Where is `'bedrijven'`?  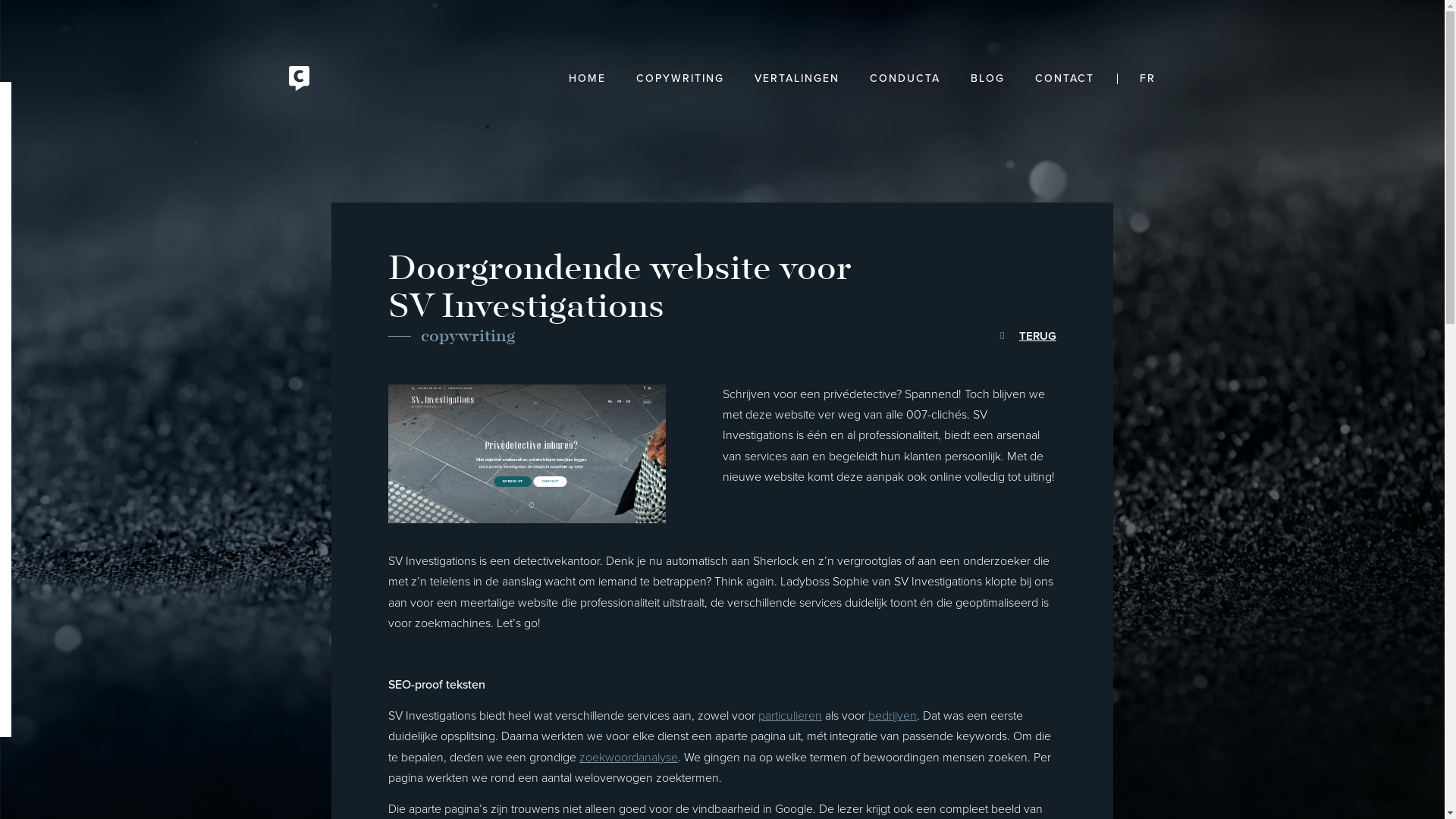
'bedrijven' is located at coordinates (892, 716).